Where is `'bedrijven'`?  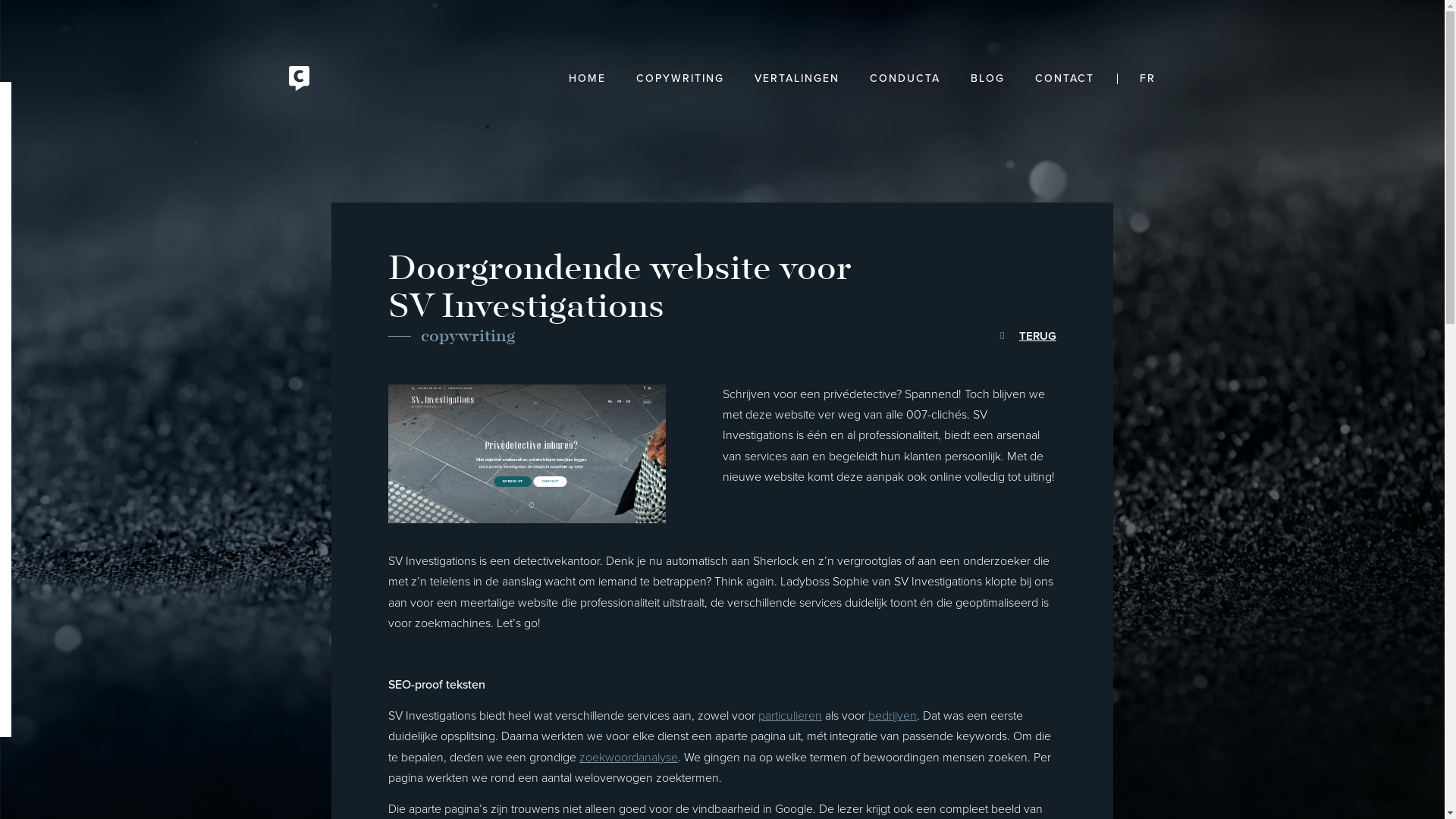
'bedrijven' is located at coordinates (892, 716).